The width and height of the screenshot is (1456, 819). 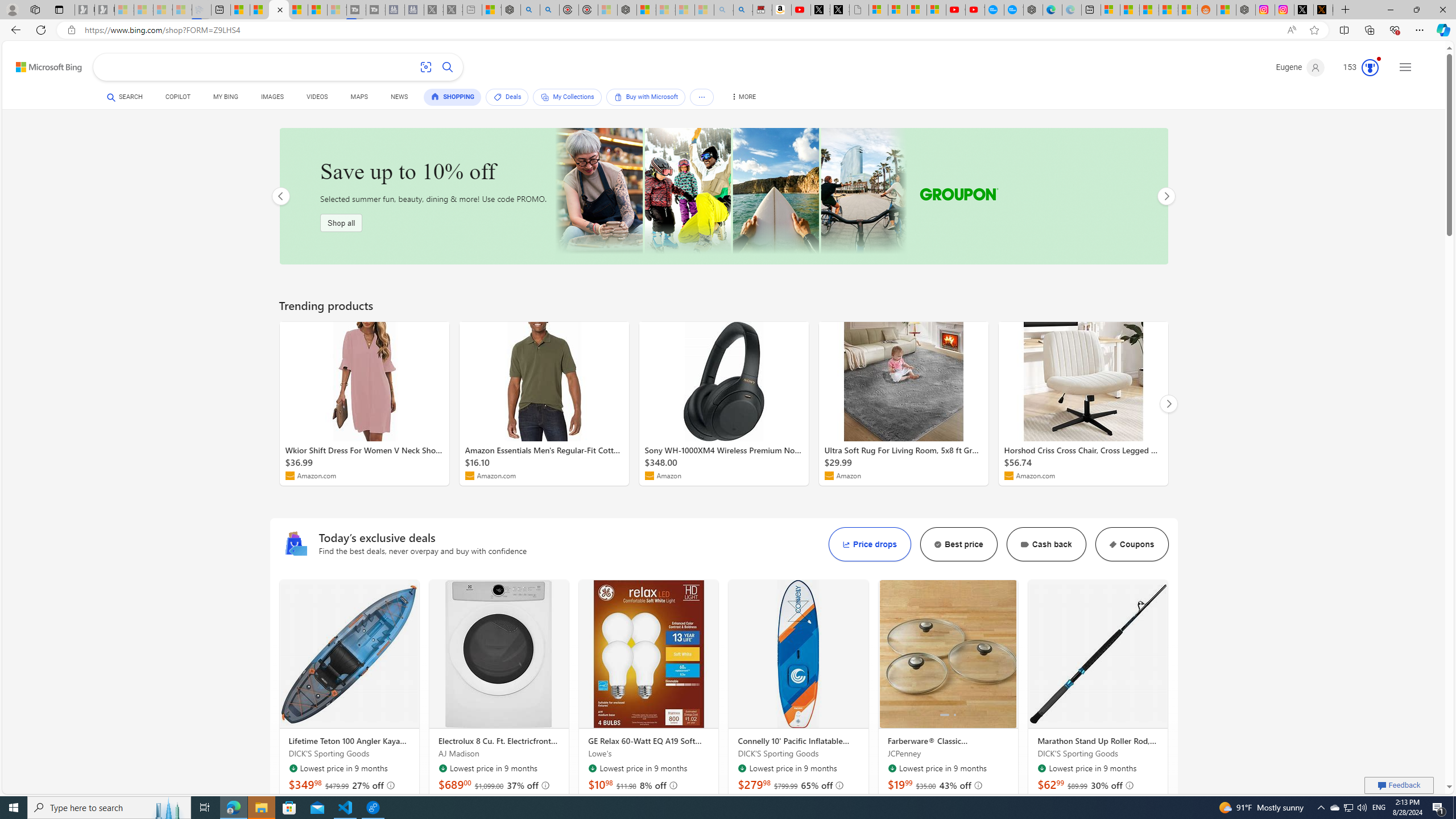 What do you see at coordinates (566, 96) in the screenshot?
I see `'My Collections'` at bounding box center [566, 96].